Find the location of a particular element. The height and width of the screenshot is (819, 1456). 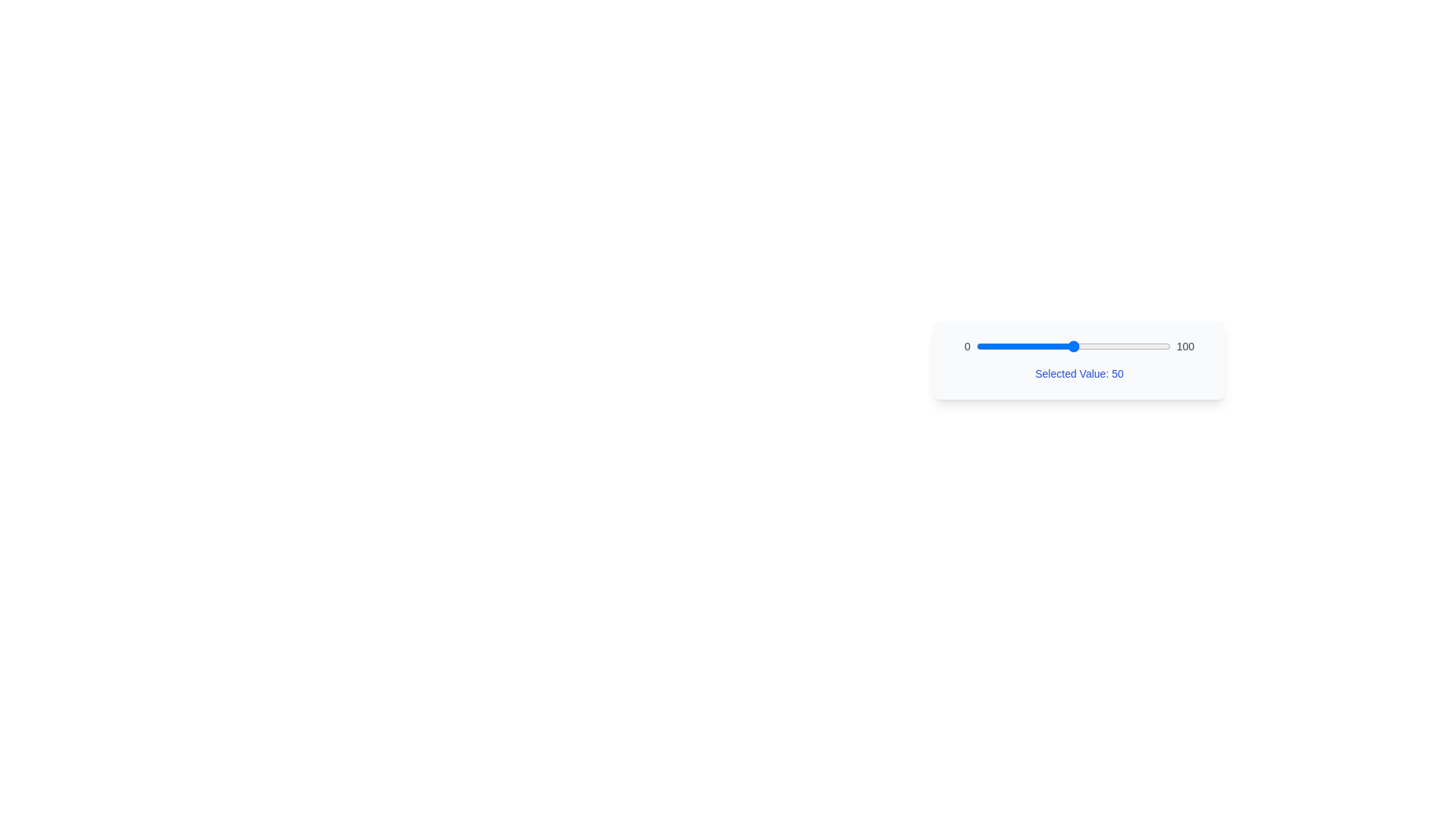

the slider to set its value to 14 is located at coordinates (1003, 346).